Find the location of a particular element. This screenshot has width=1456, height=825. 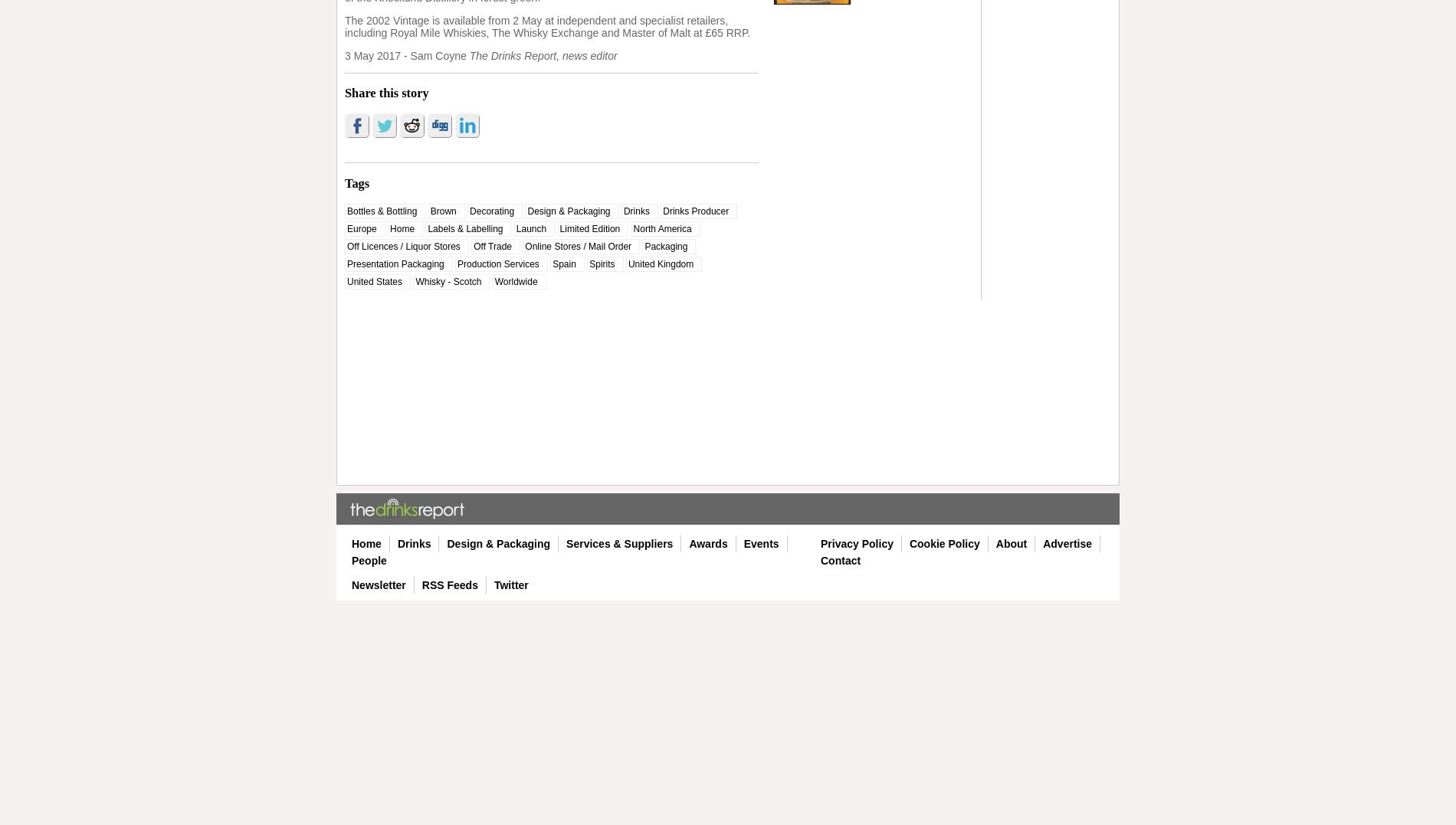

'Worldwide' is located at coordinates (494, 281).